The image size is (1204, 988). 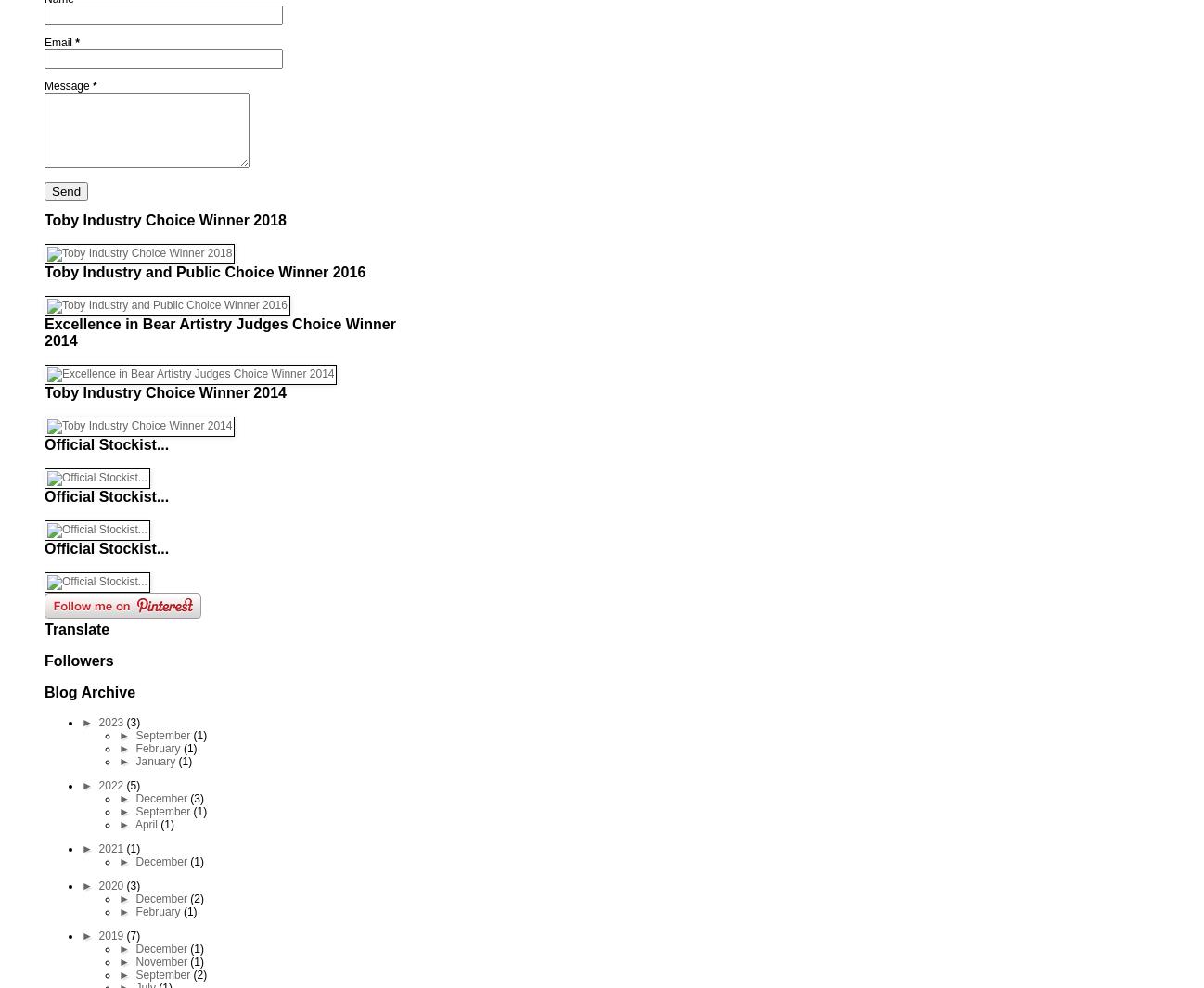 What do you see at coordinates (111, 885) in the screenshot?
I see `'2020'` at bounding box center [111, 885].